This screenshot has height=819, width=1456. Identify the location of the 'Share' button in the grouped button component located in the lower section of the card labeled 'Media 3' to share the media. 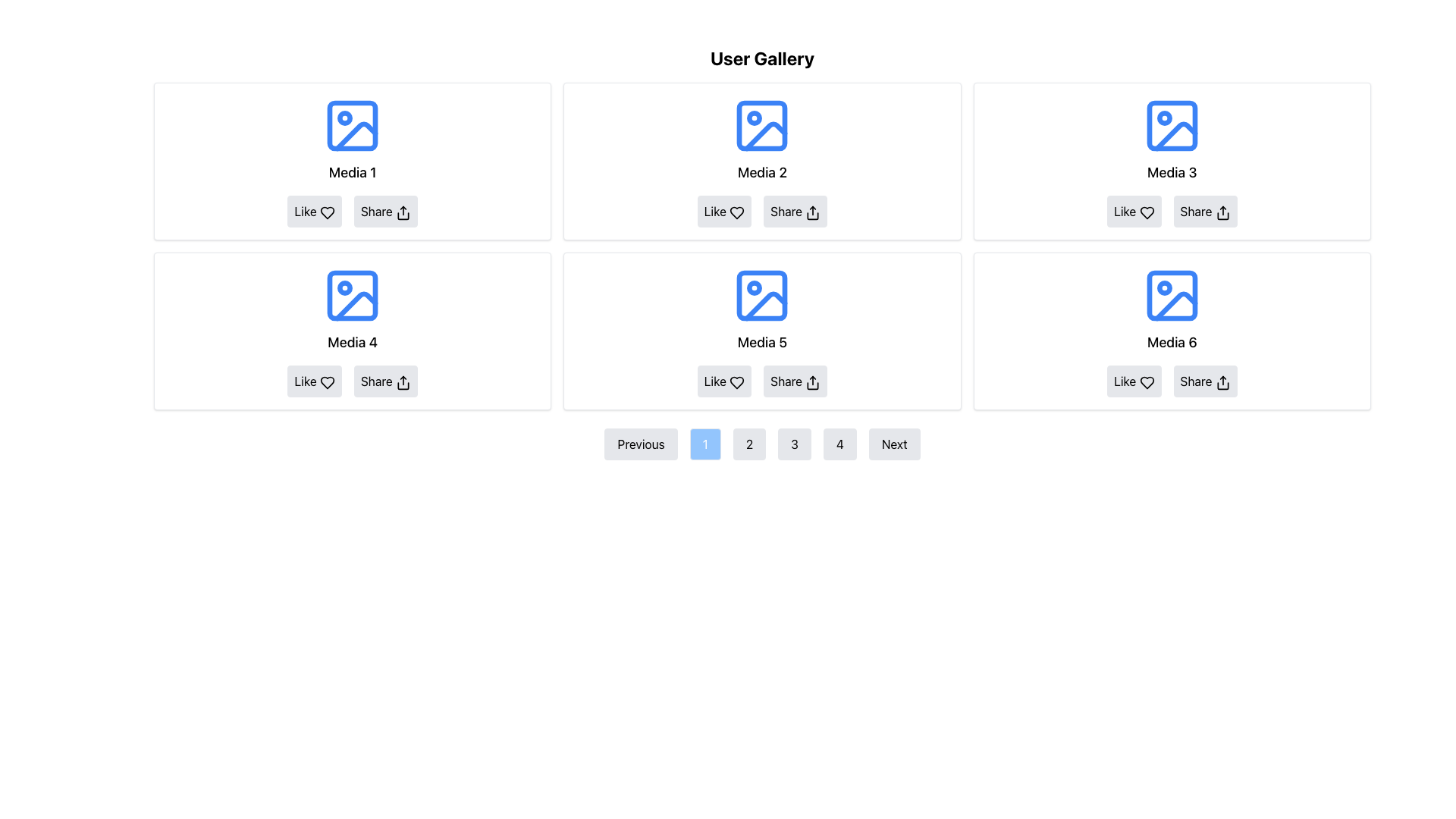
(1171, 211).